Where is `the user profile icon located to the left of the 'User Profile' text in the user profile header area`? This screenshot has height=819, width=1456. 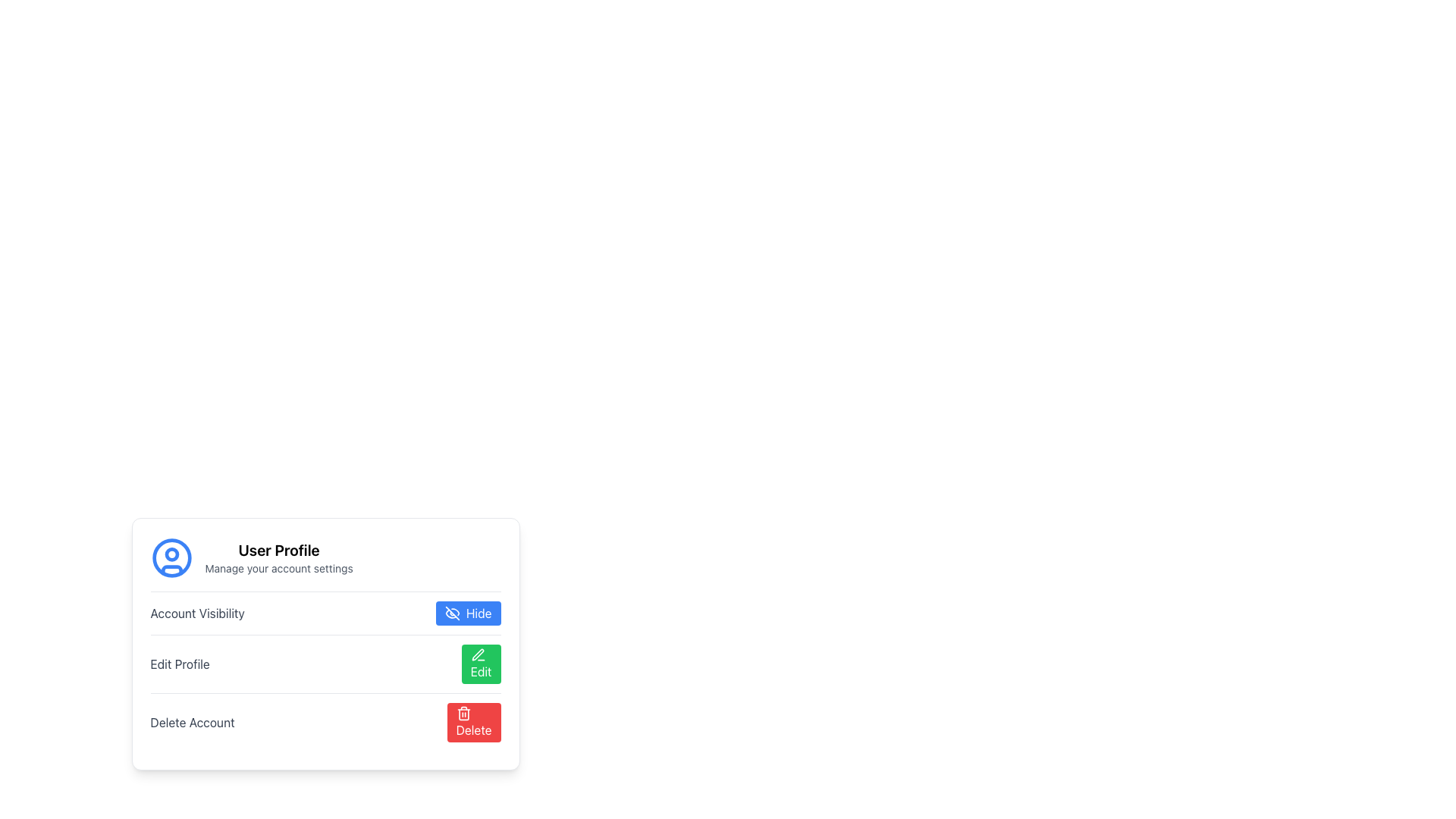
the user profile icon located to the left of the 'User Profile' text in the user profile header area is located at coordinates (171, 558).